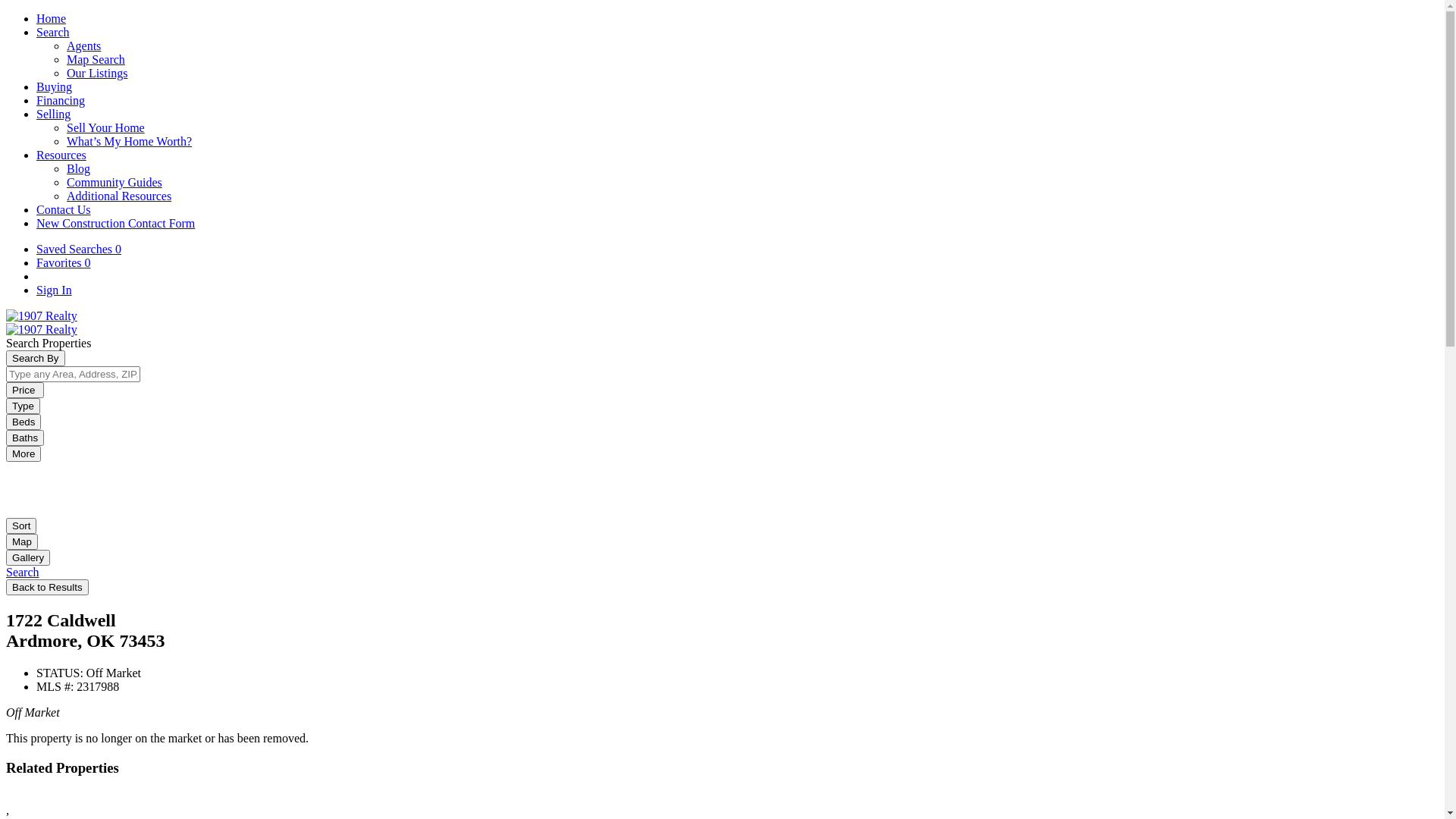  I want to click on 'Sell Your Home', so click(65, 127).